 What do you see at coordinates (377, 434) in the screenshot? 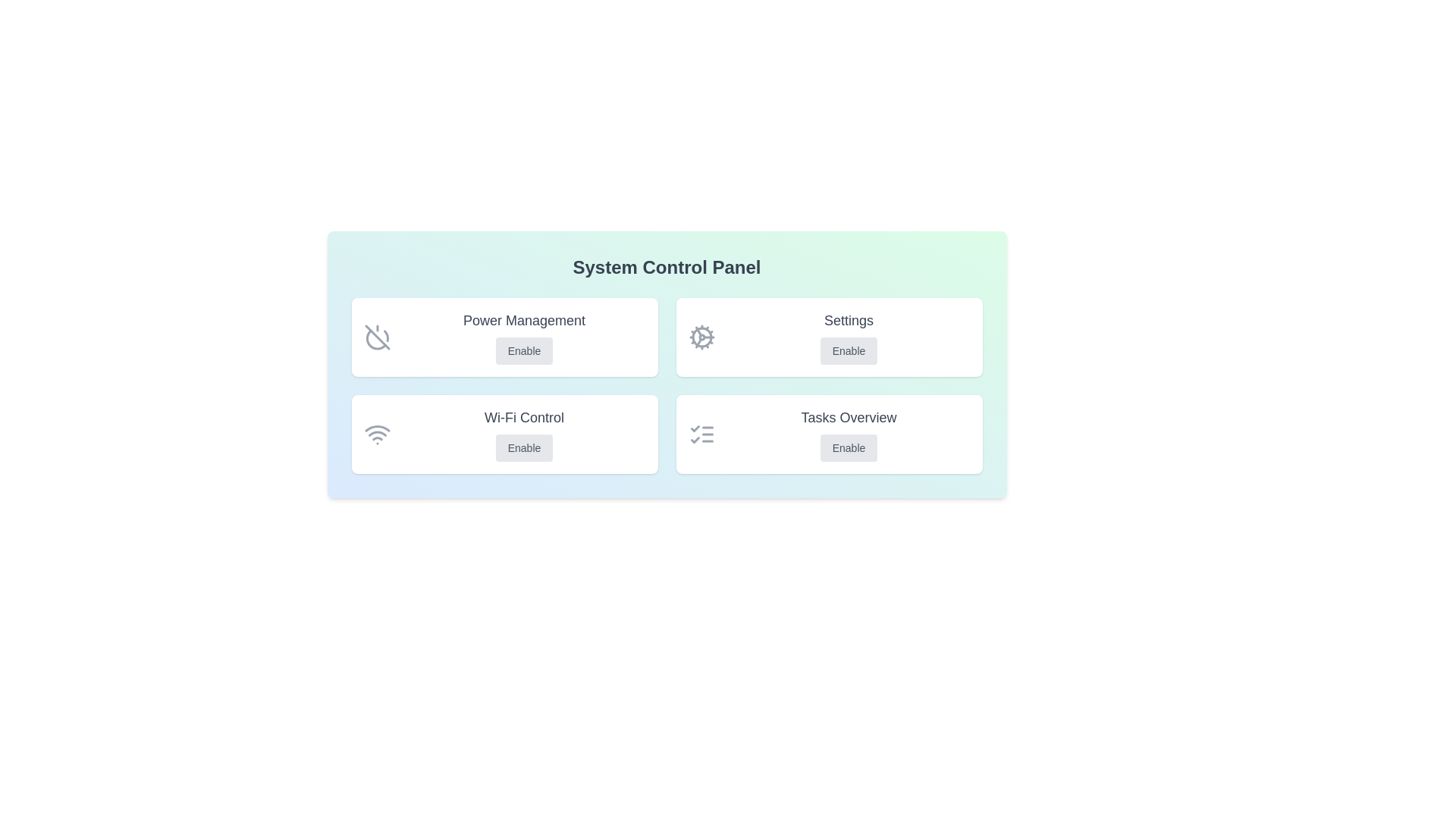
I see `the second arc of the Wi-Fi icon, located beneath the 'Wi-Fi Control' heading, which represents Wi-Fi signal strength` at bounding box center [377, 434].